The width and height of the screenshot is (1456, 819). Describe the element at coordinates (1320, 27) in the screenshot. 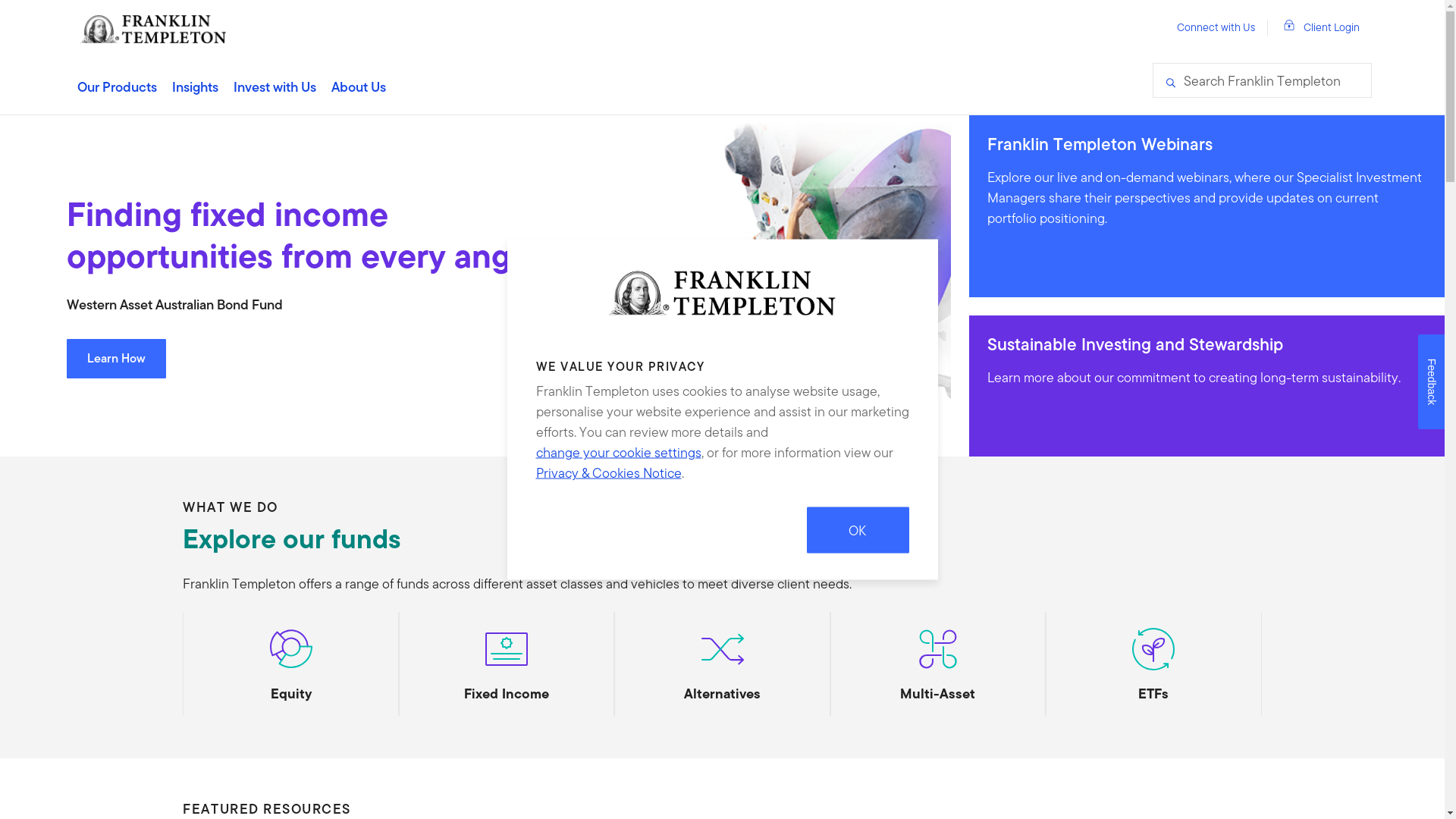

I see `'Client Login'` at that location.